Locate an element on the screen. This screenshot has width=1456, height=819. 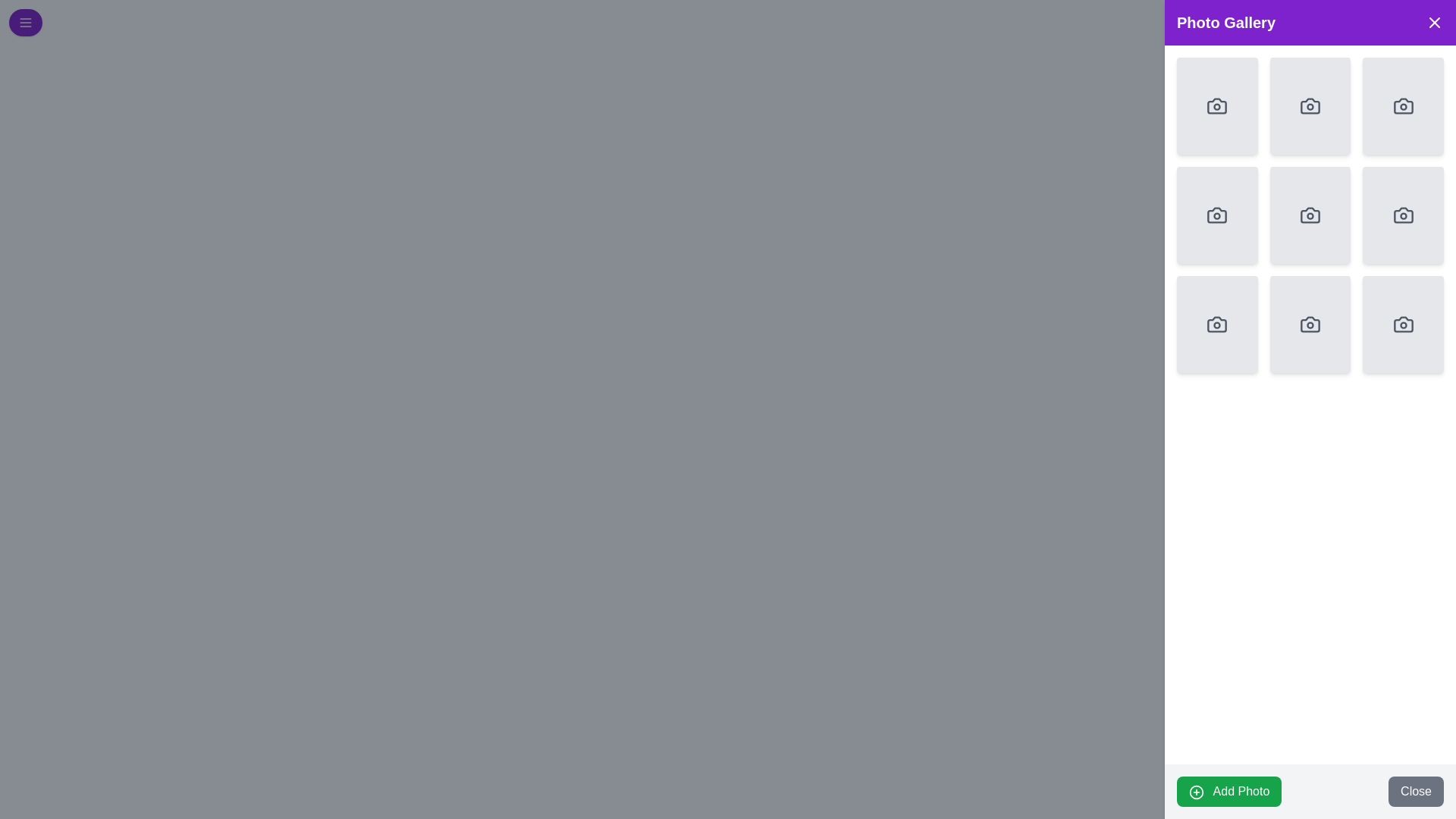
the icon representing an interactive placeholder in the middle row of a 3x3 grid layout within the right-aligned photo gallery panel is located at coordinates (1310, 324).